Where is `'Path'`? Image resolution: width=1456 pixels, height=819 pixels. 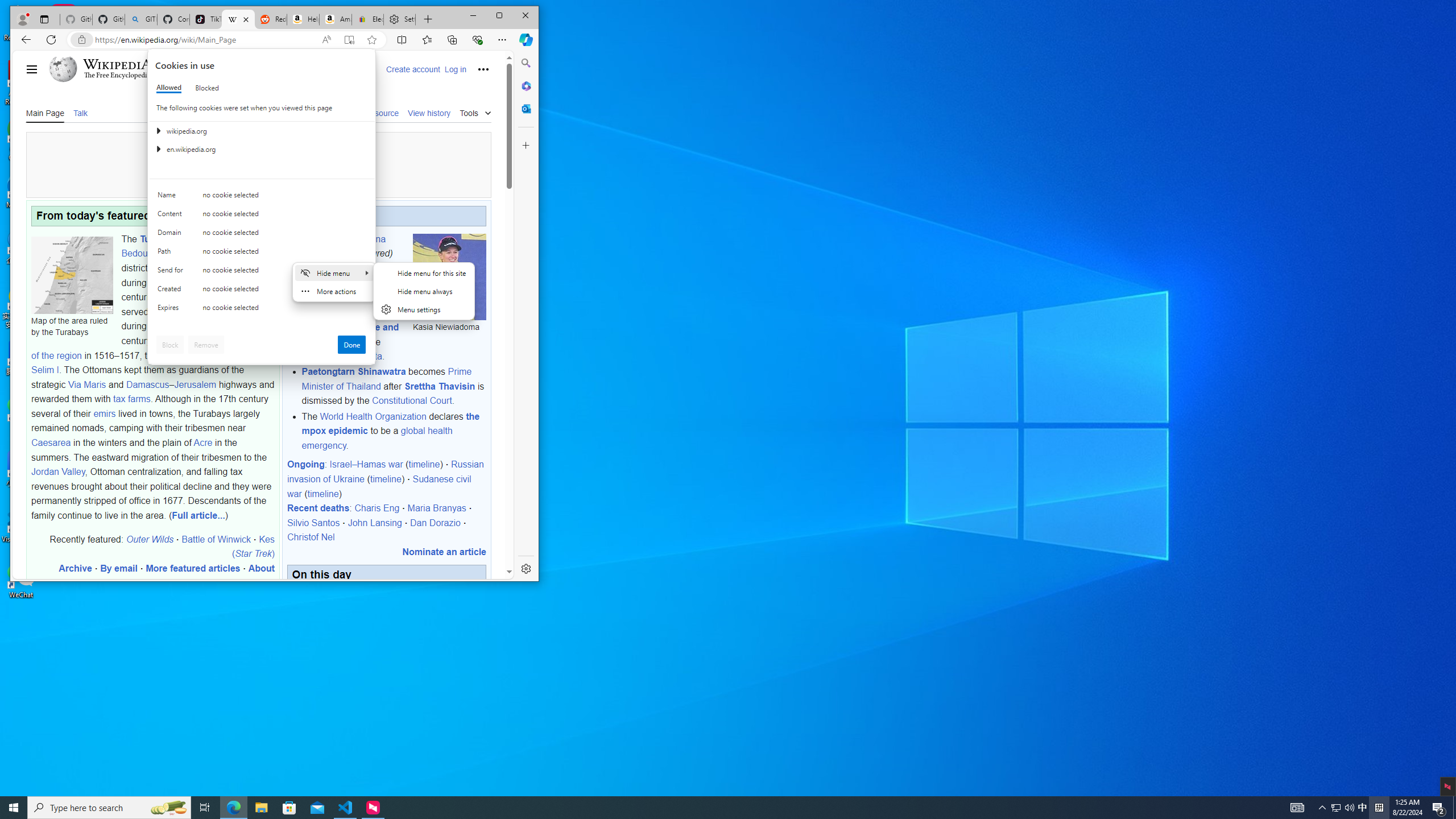
'Path' is located at coordinates (172, 253).